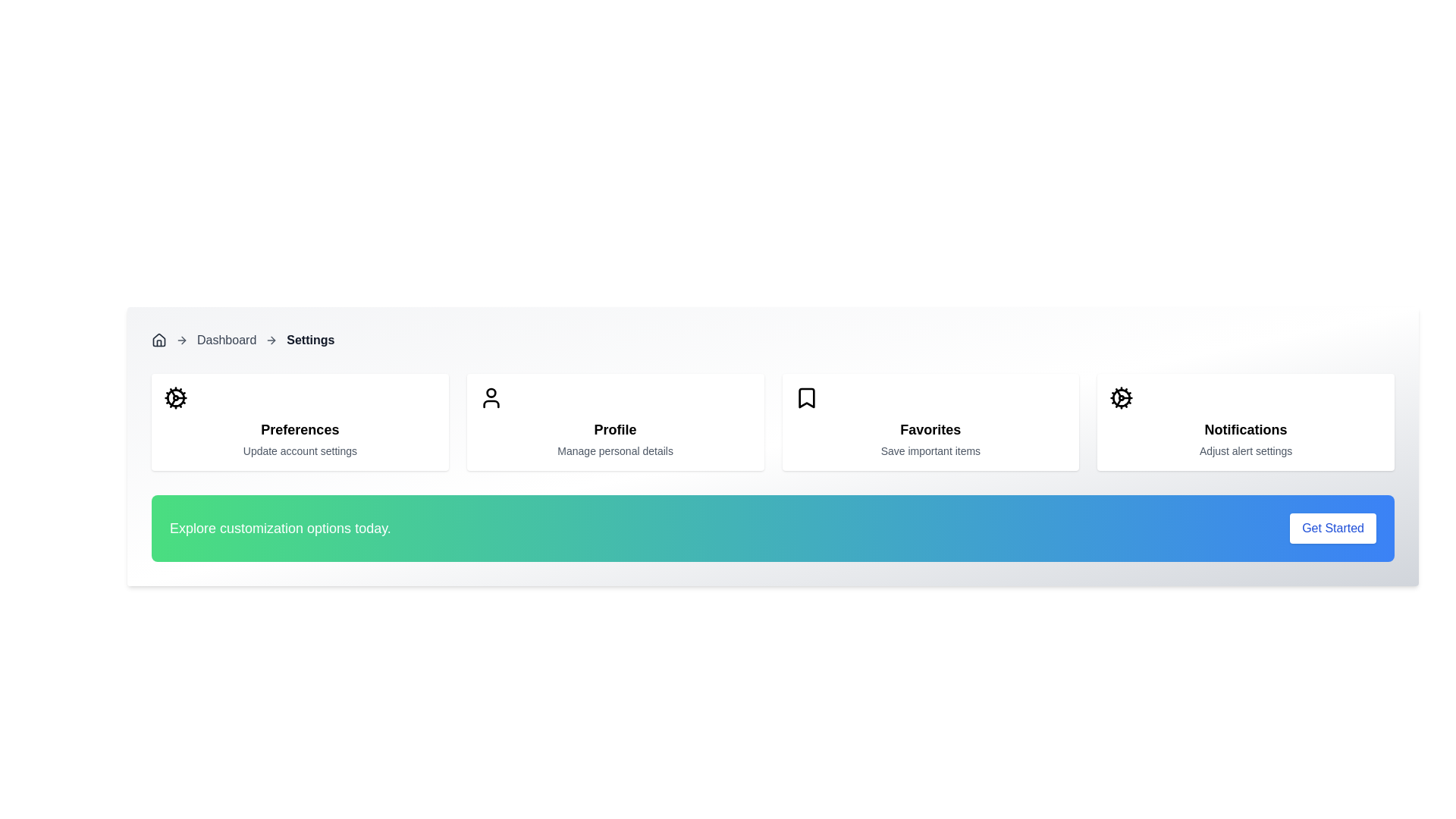  I want to click on the bookmark icon located inside the 'Favorites' card, which is the third card in a horizontal row of four cards, so click(805, 397).